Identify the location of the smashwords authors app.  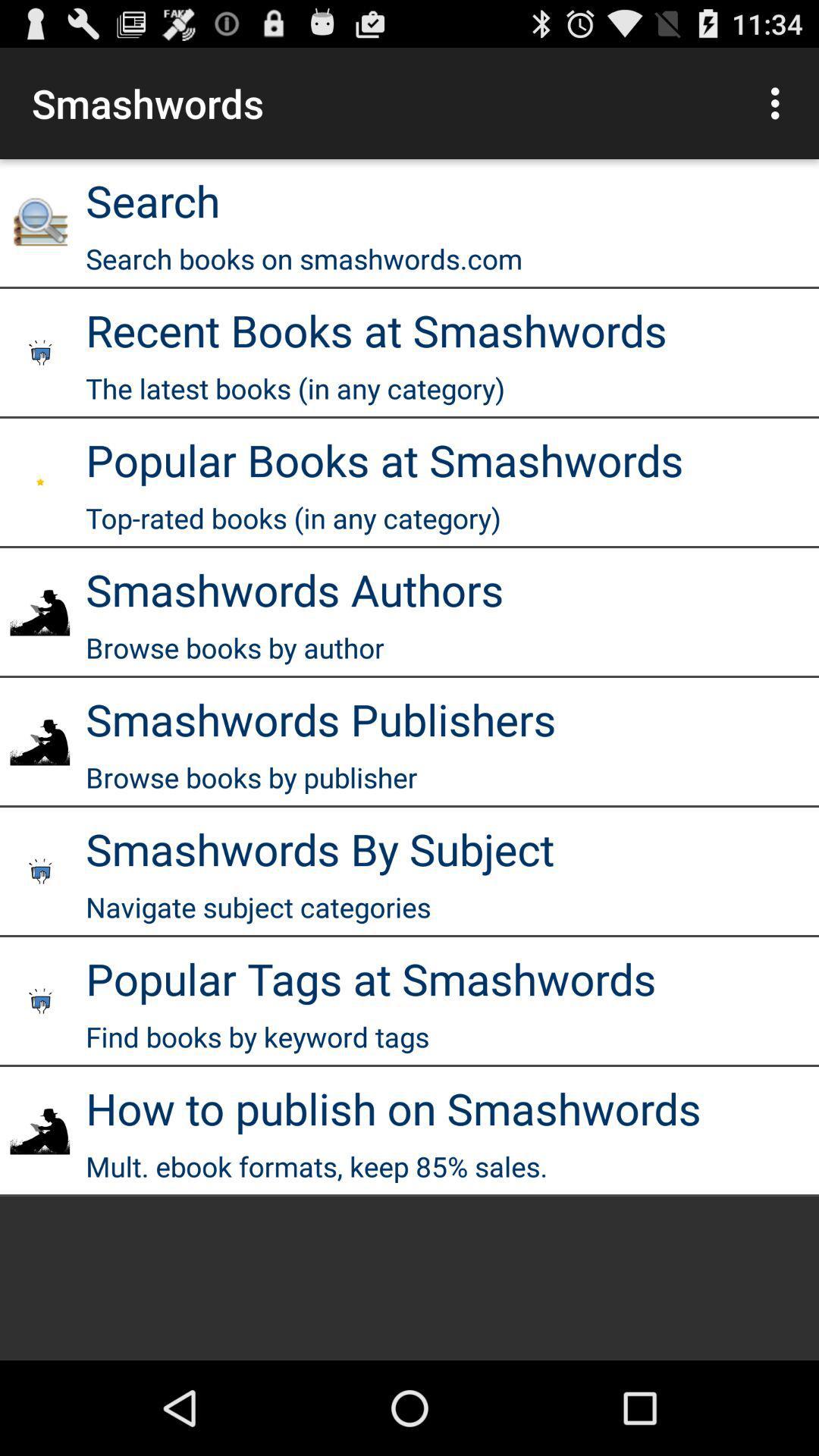
(294, 588).